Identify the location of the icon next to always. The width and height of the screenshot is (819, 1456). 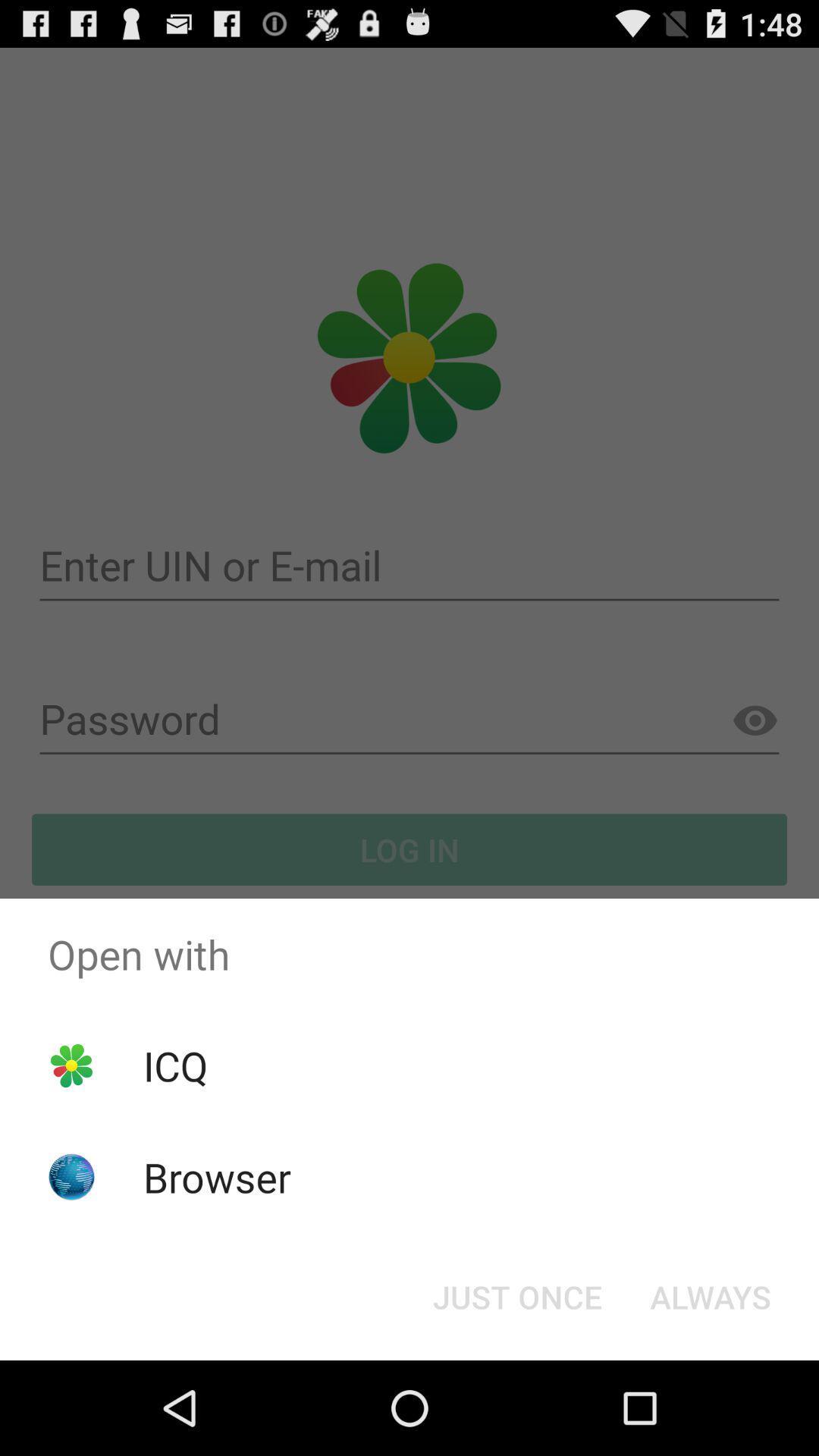
(516, 1295).